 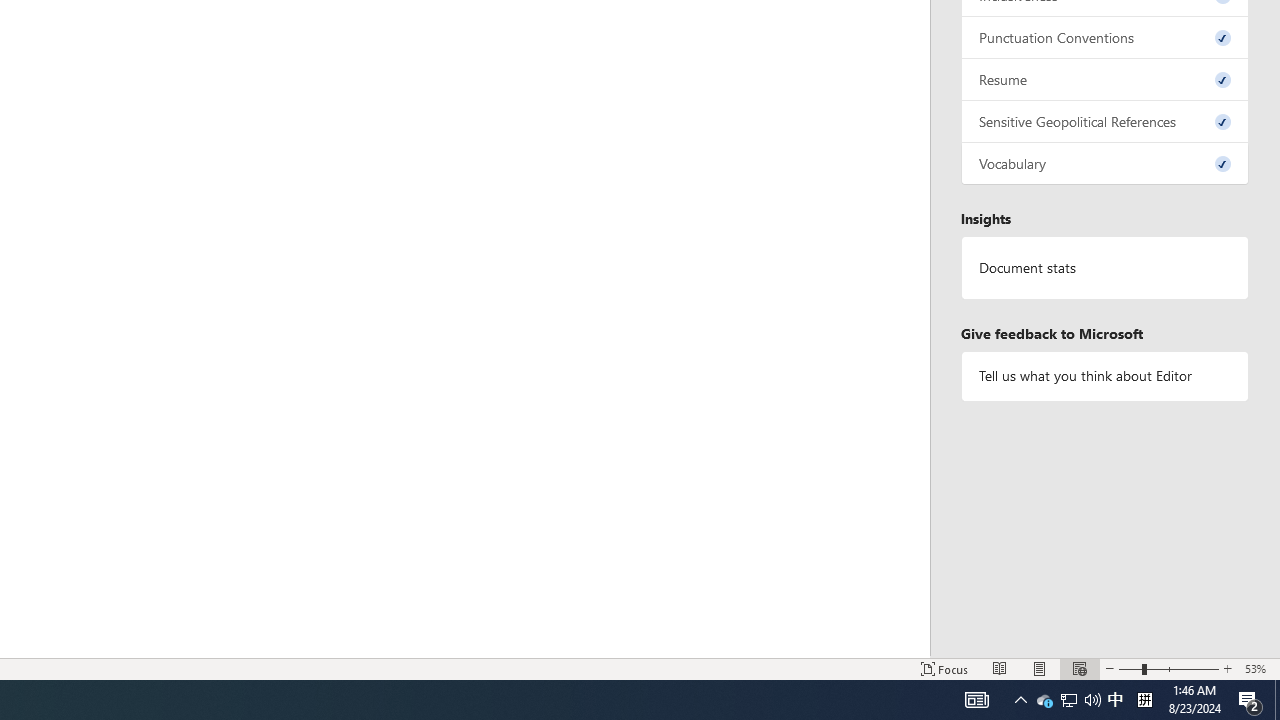 I want to click on 'Resume, 0 issues. Press space or enter to review items.', so click(x=1104, y=78).